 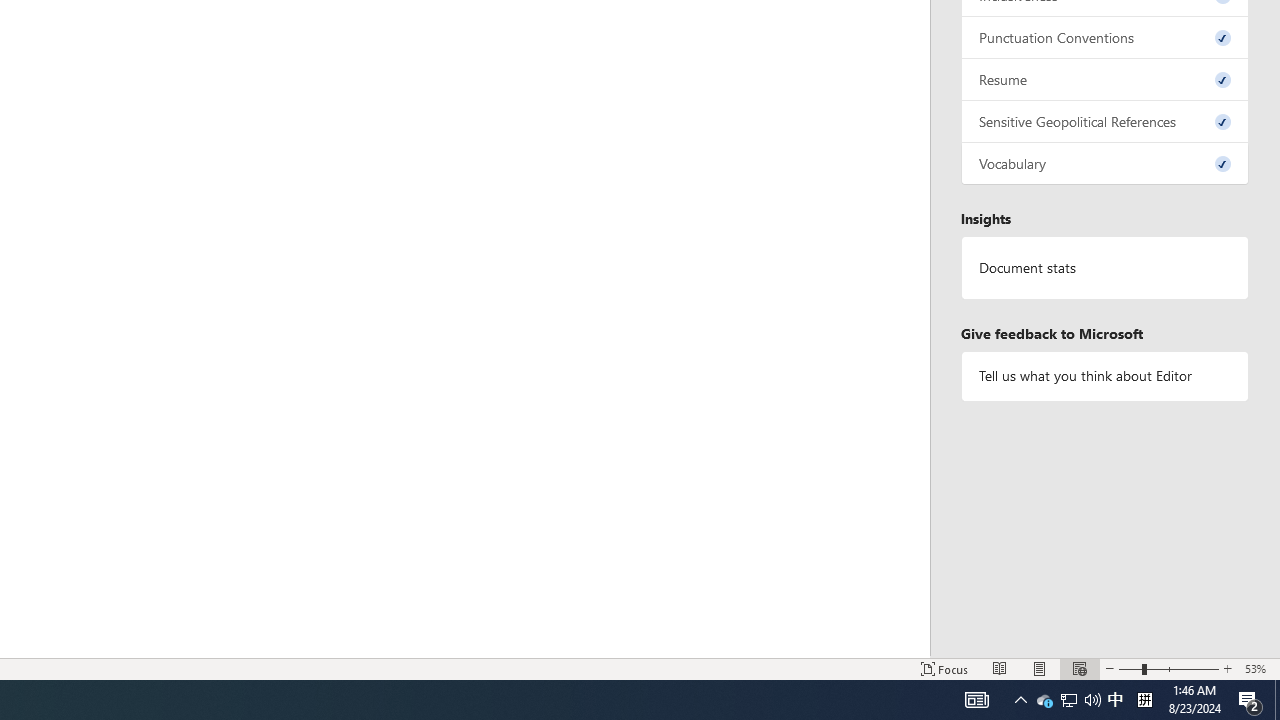 I want to click on 'Resume, 0 issues. Press space or enter to review items.', so click(x=1104, y=78).